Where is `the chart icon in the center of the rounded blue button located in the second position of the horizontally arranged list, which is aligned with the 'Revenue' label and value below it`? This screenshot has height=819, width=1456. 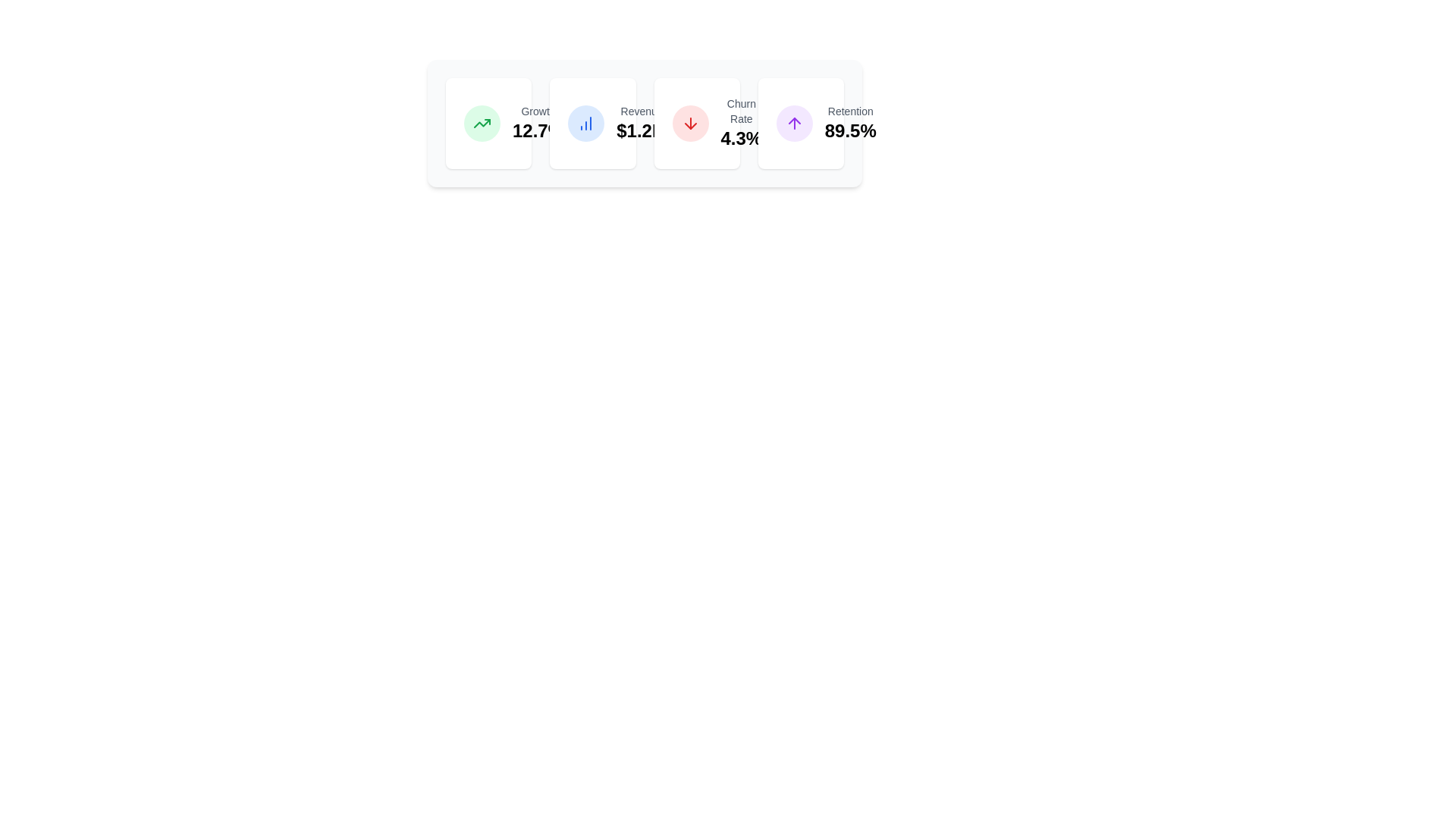
the chart icon in the center of the rounded blue button located in the second position of the horizontally arranged list, which is aligned with the 'Revenue' label and value below it is located at coordinates (585, 122).